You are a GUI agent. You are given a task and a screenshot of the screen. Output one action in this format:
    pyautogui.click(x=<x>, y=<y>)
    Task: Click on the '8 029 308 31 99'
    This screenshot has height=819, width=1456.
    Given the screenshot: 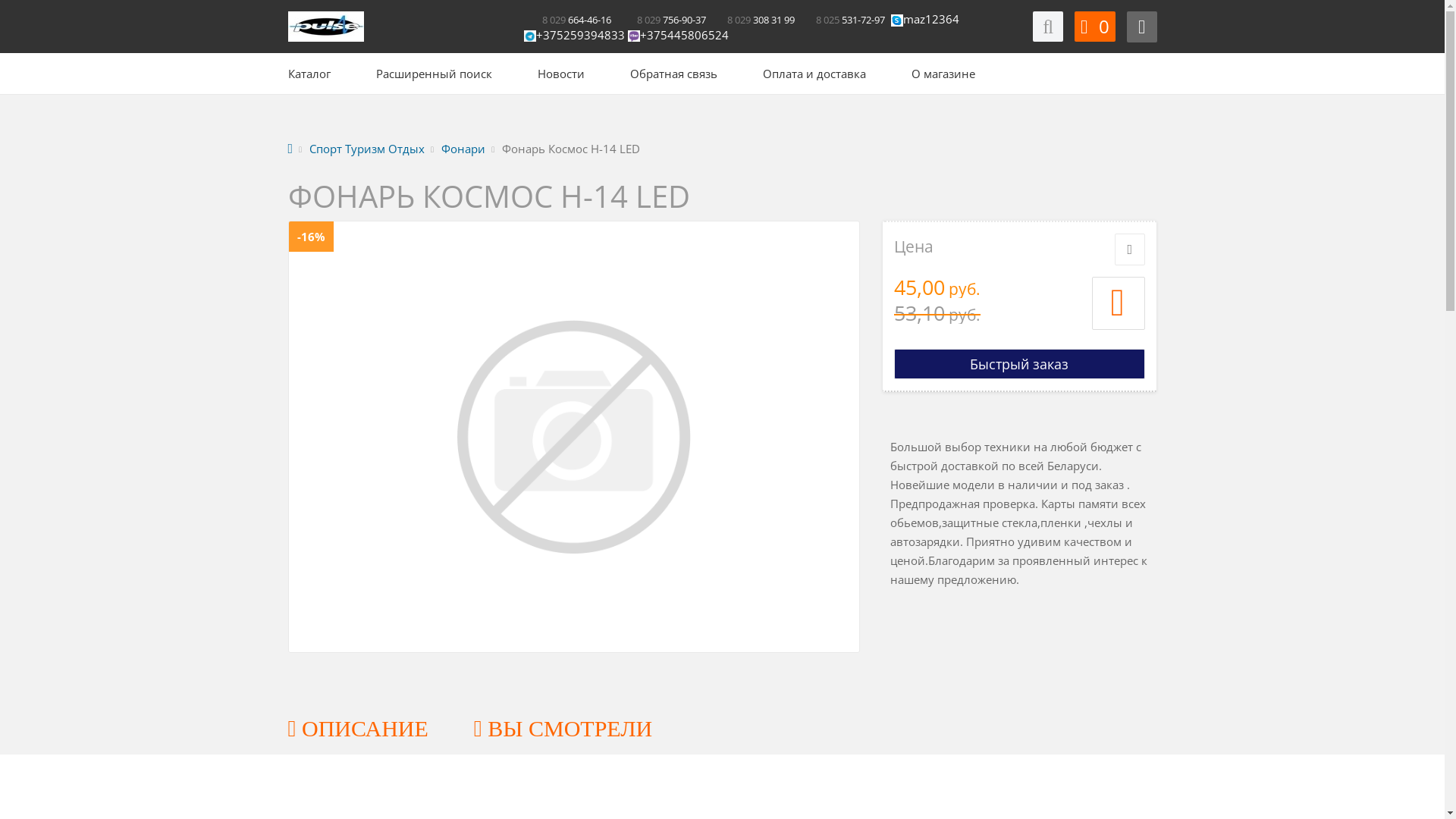 What is the action you would take?
    pyautogui.click(x=751, y=18)
    